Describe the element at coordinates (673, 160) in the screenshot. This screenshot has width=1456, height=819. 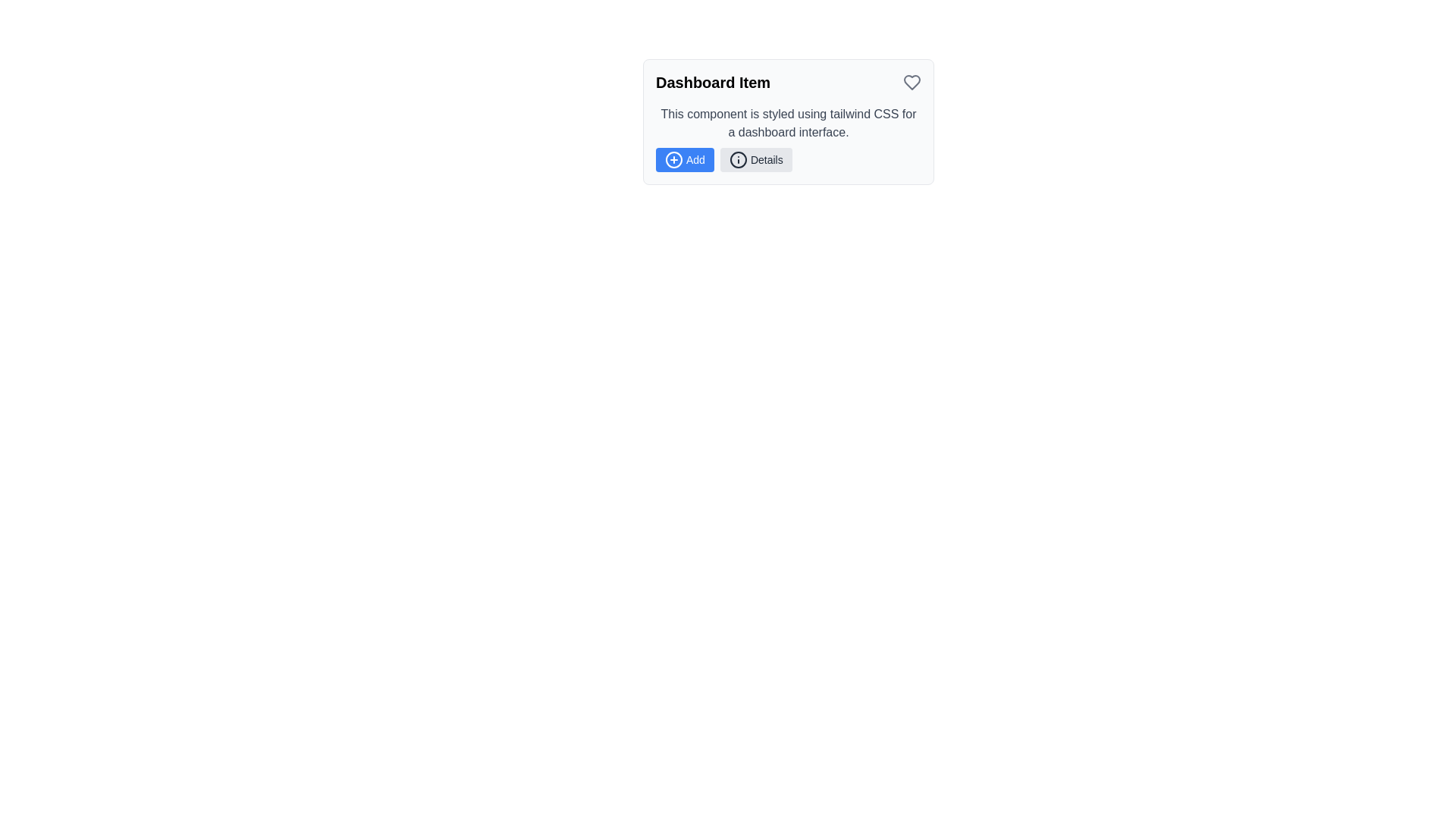
I see `the outermost circular part of the graphical representation of the 'Add' button, which is a blue stroke circle with a white fill, located below the text 'Dashboard Item'` at that location.